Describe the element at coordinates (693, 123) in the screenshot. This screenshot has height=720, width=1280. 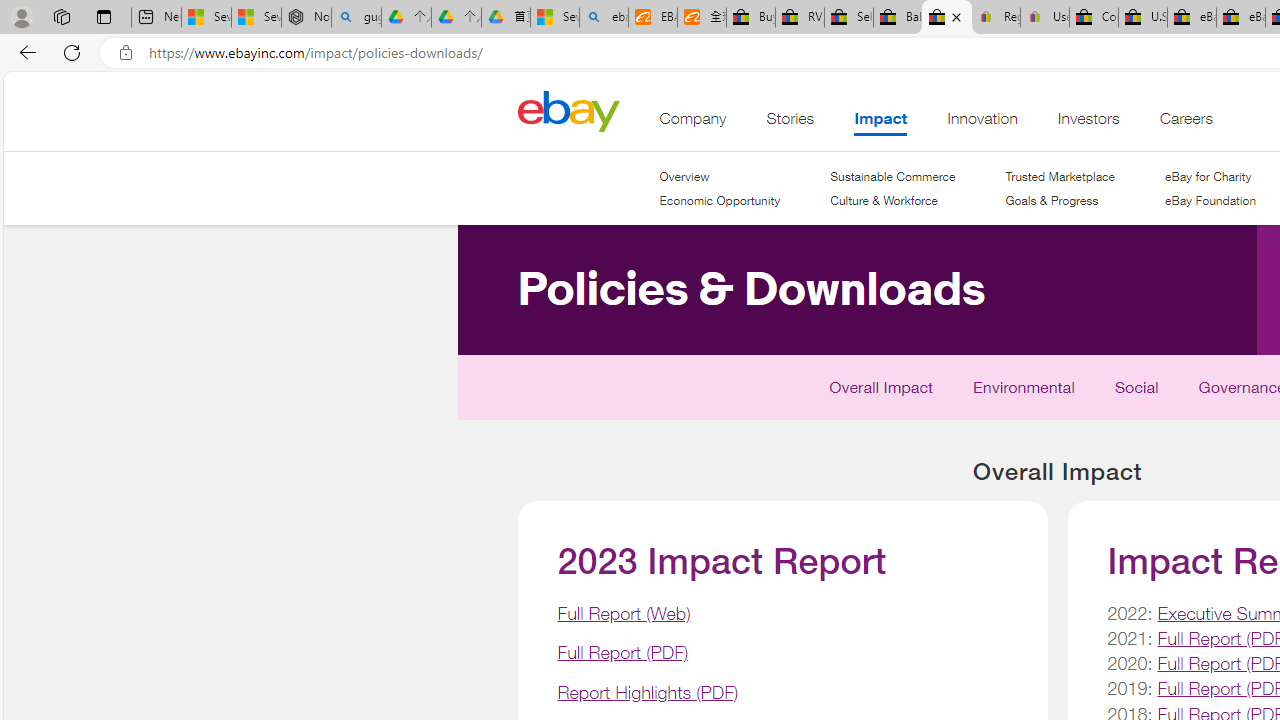
I see `'Company'` at that location.